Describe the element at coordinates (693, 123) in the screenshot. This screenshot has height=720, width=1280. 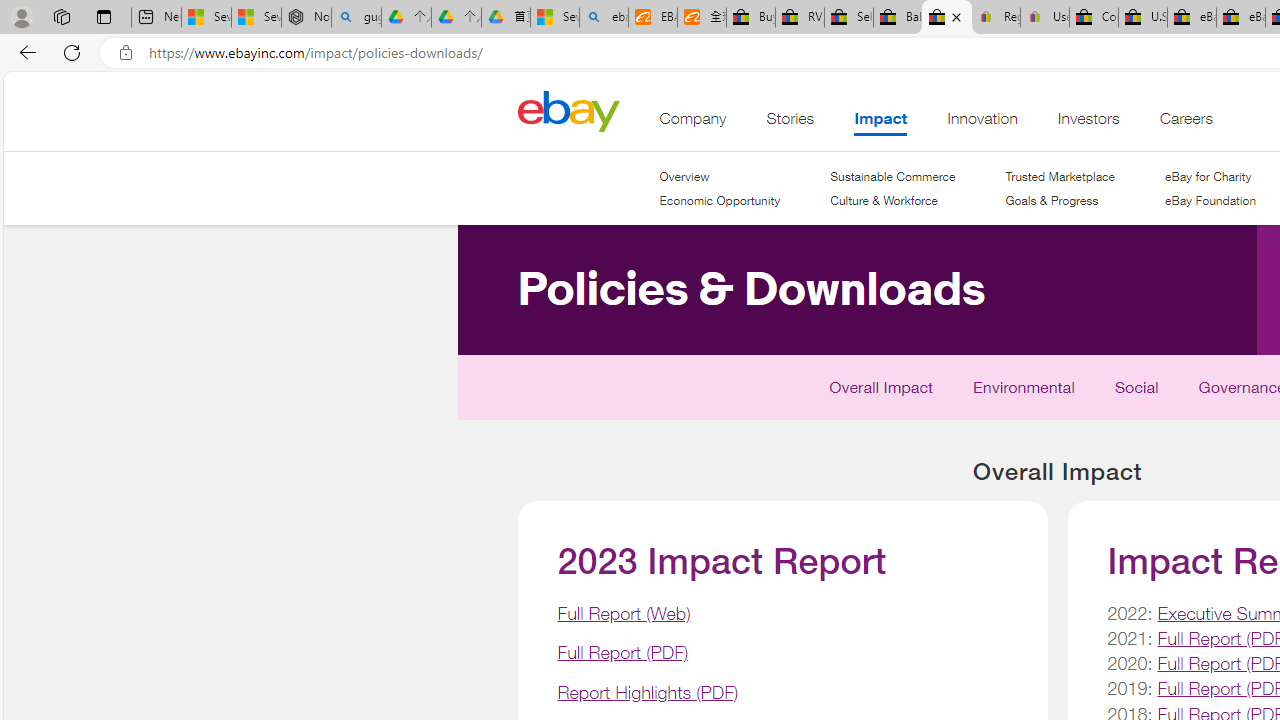
I see `'Company'` at that location.